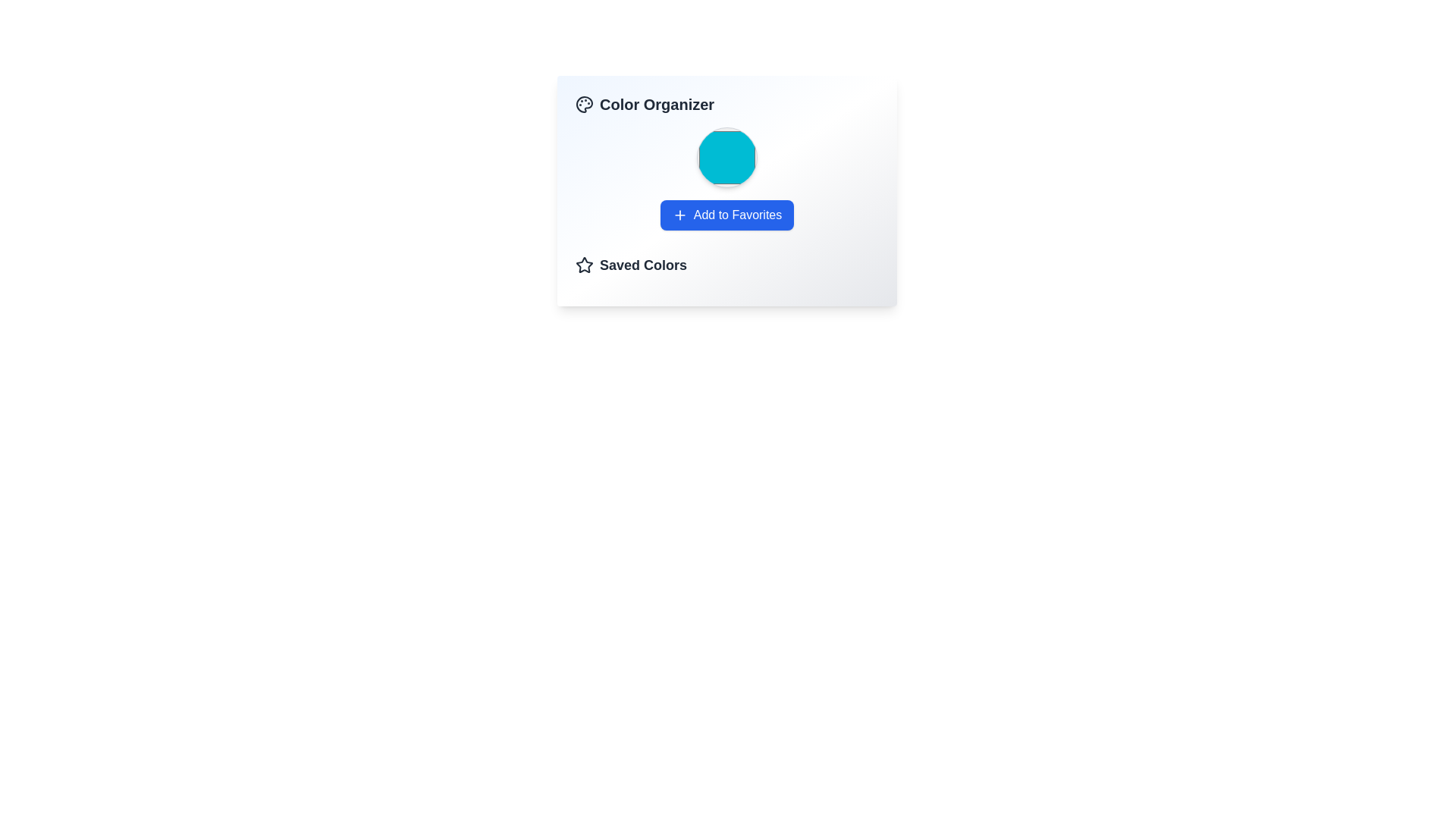  What do you see at coordinates (726, 265) in the screenshot?
I see `the section labeled` at bounding box center [726, 265].